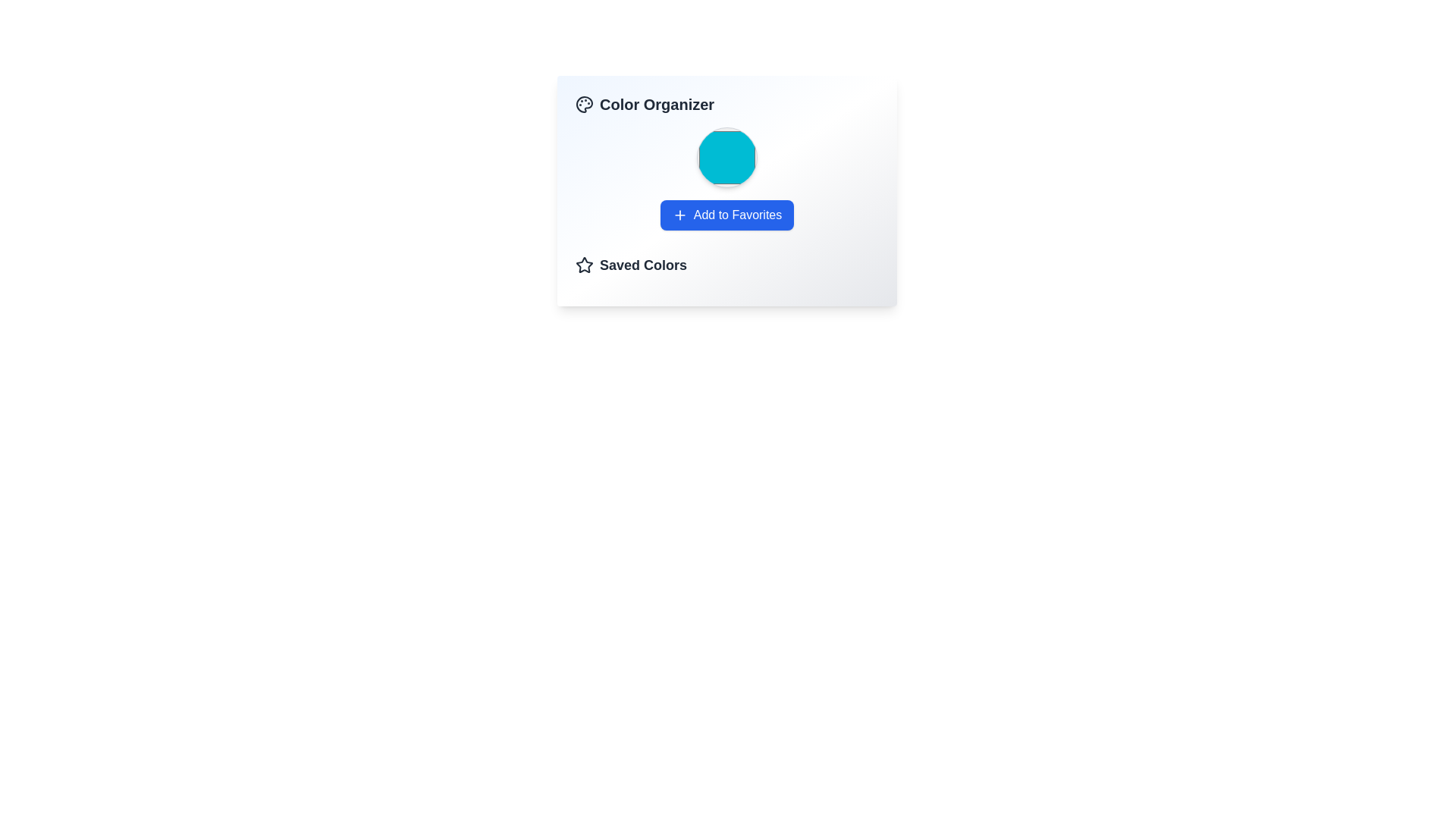  What do you see at coordinates (726, 265) in the screenshot?
I see `the section labeled` at bounding box center [726, 265].